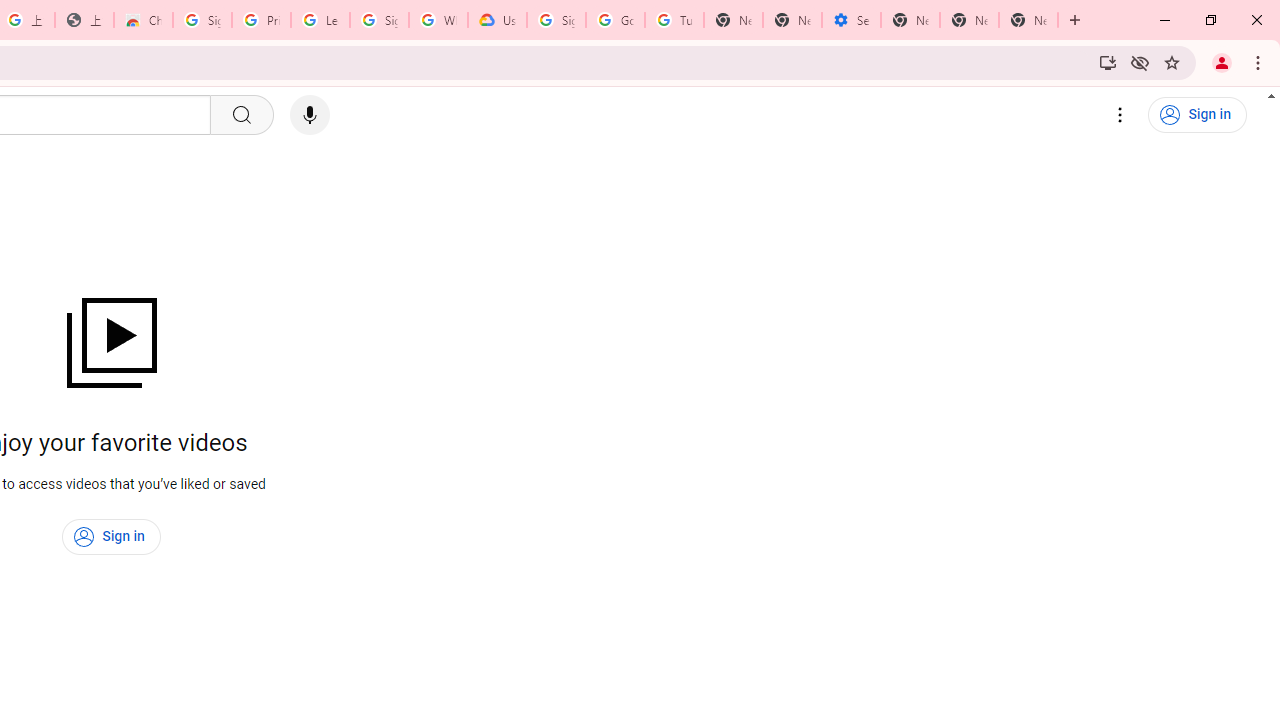 The width and height of the screenshot is (1280, 720). I want to click on 'Chrome Web Store', so click(142, 20).